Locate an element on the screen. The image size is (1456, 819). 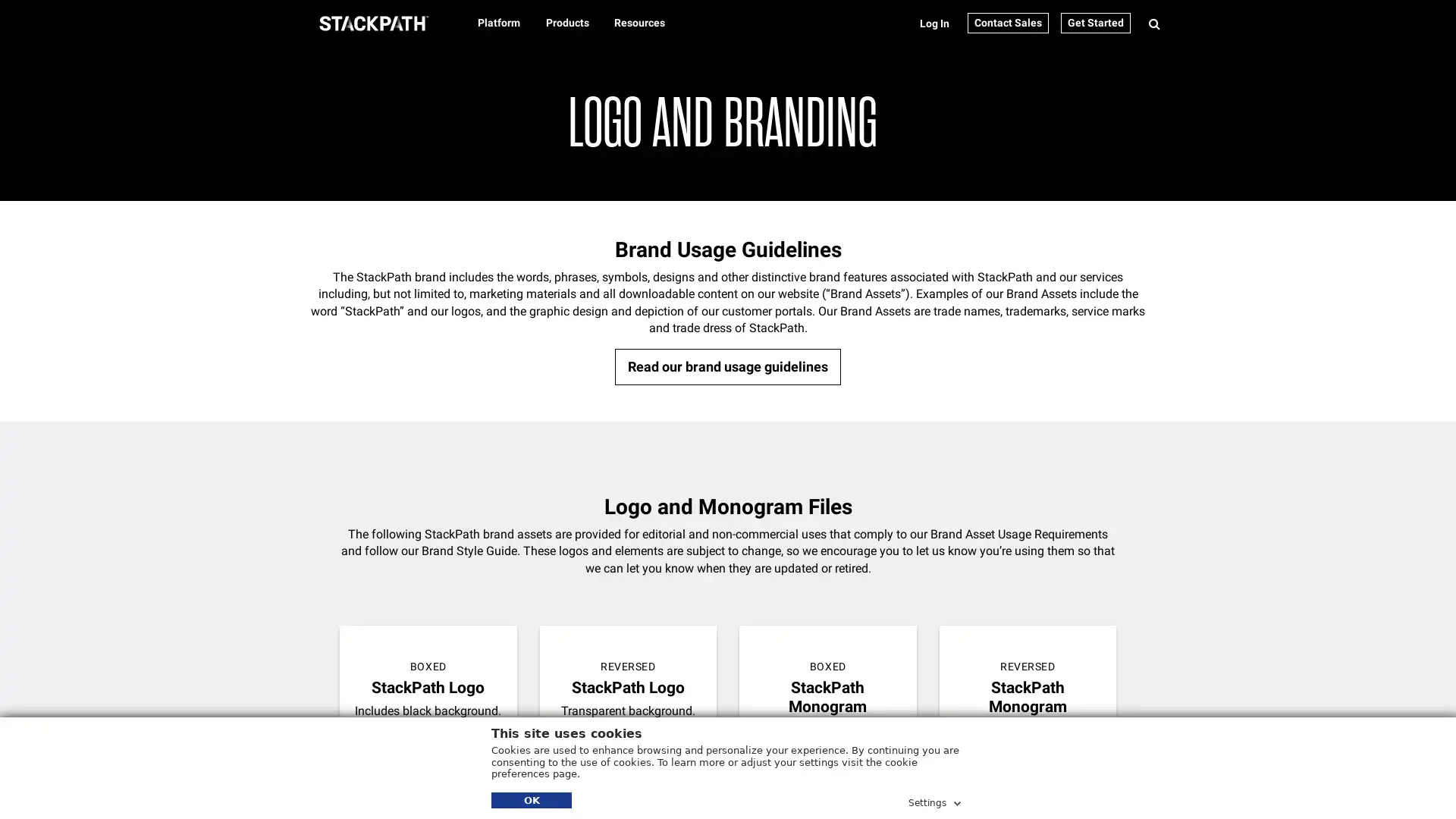
Read our brand usage guidelines is located at coordinates (728, 366).